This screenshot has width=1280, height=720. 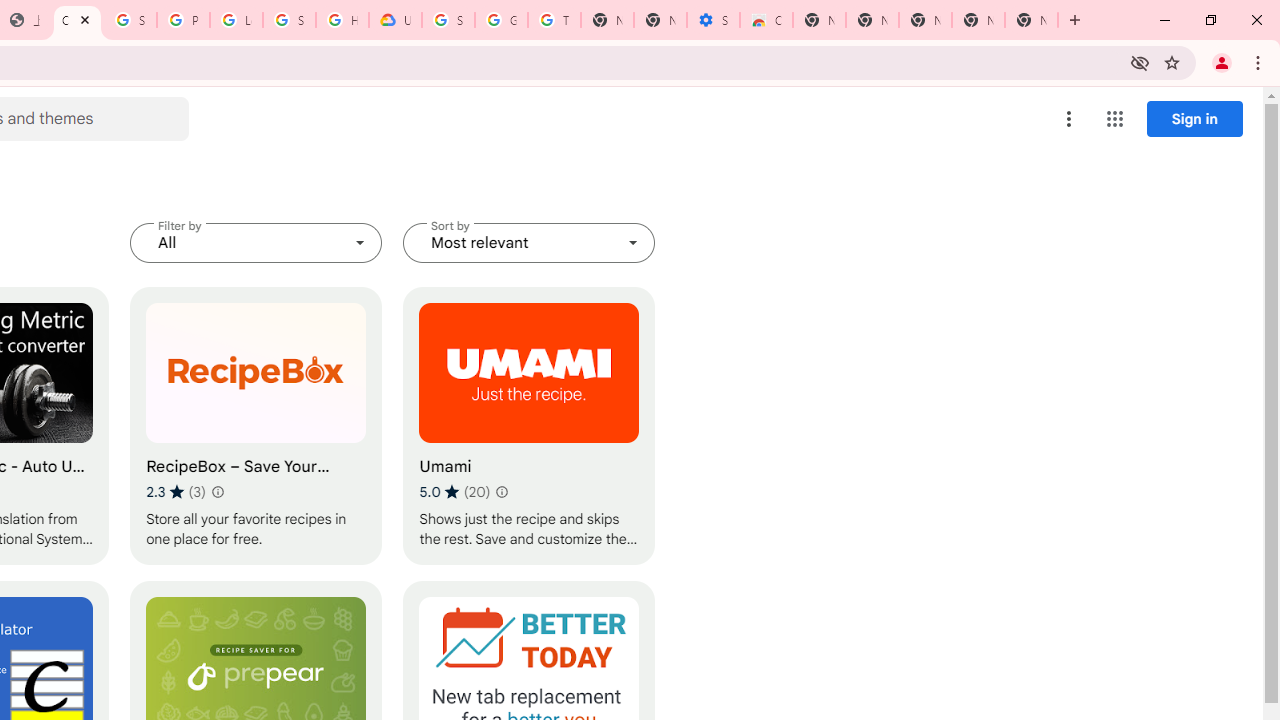 What do you see at coordinates (1031, 20) in the screenshot?
I see `'New Tab'` at bounding box center [1031, 20].